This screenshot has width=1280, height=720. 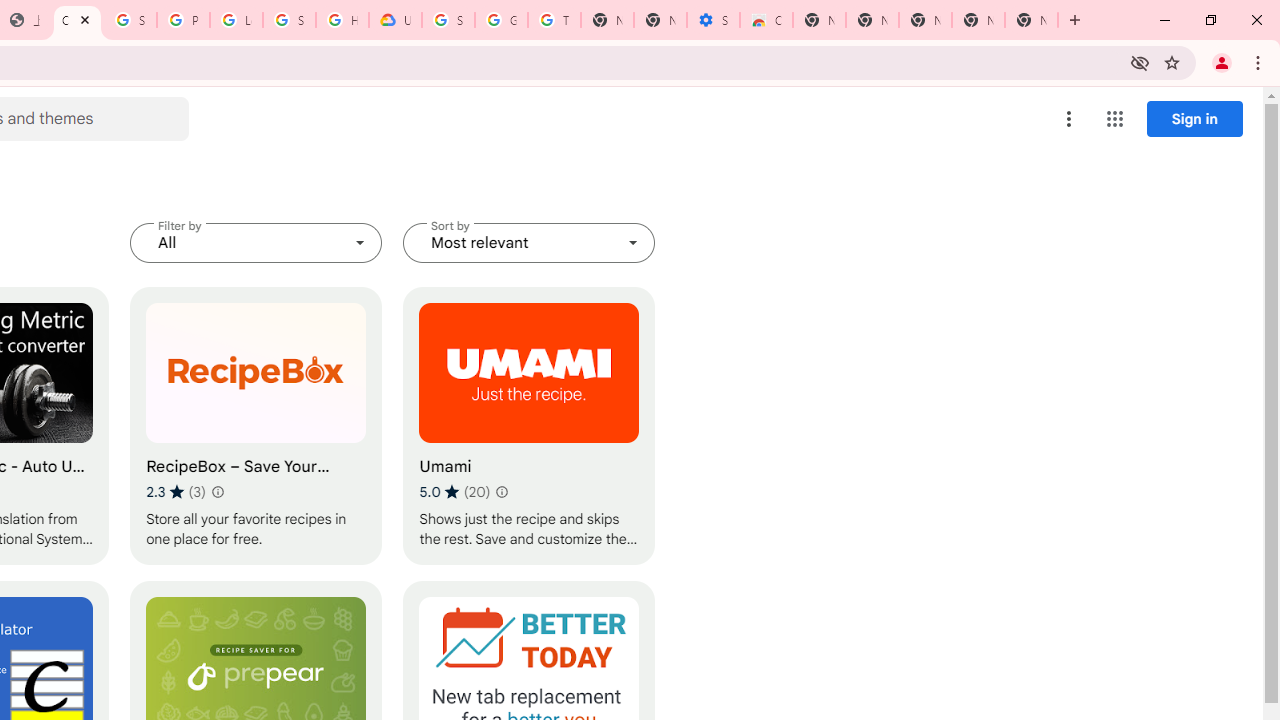 What do you see at coordinates (1031, 20) in the screenshot?
I see `'New Tab'` at bounding box center [1031, 20].